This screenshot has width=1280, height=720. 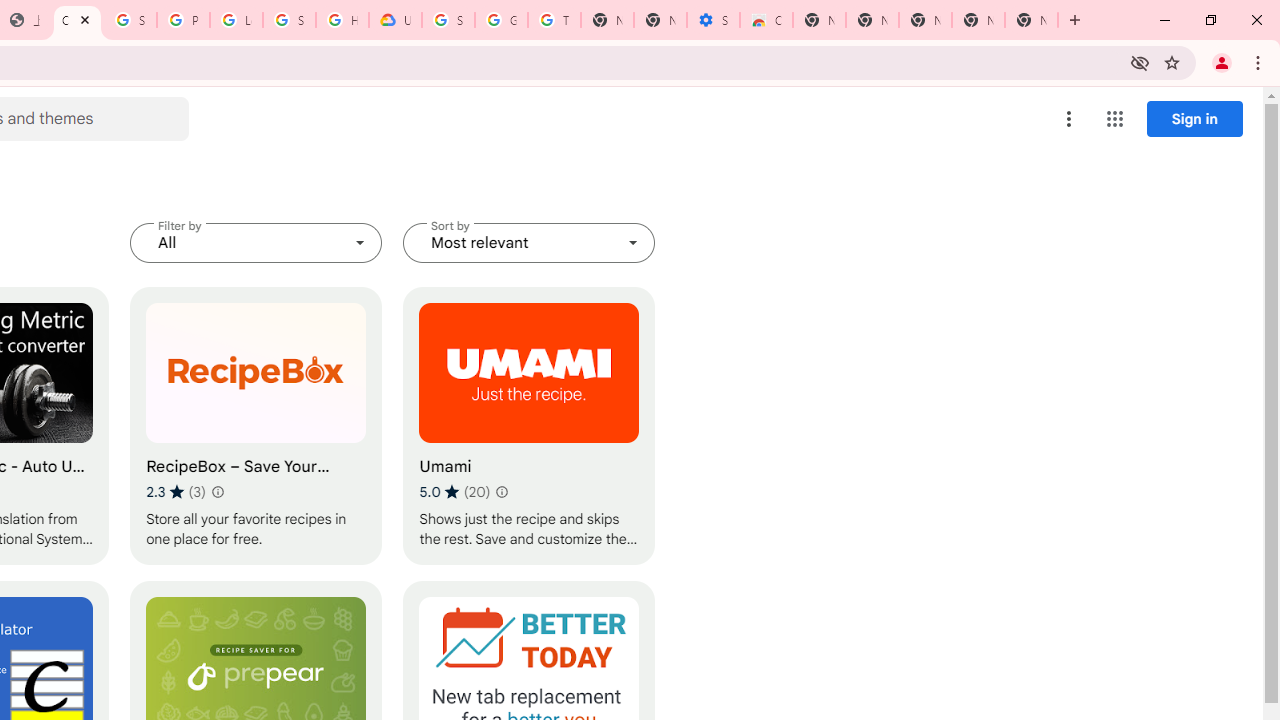 What do you see at coordinates (1031, 20) in the screenshot?
I see `'New Tab'` at bounding box center [1031, 20].